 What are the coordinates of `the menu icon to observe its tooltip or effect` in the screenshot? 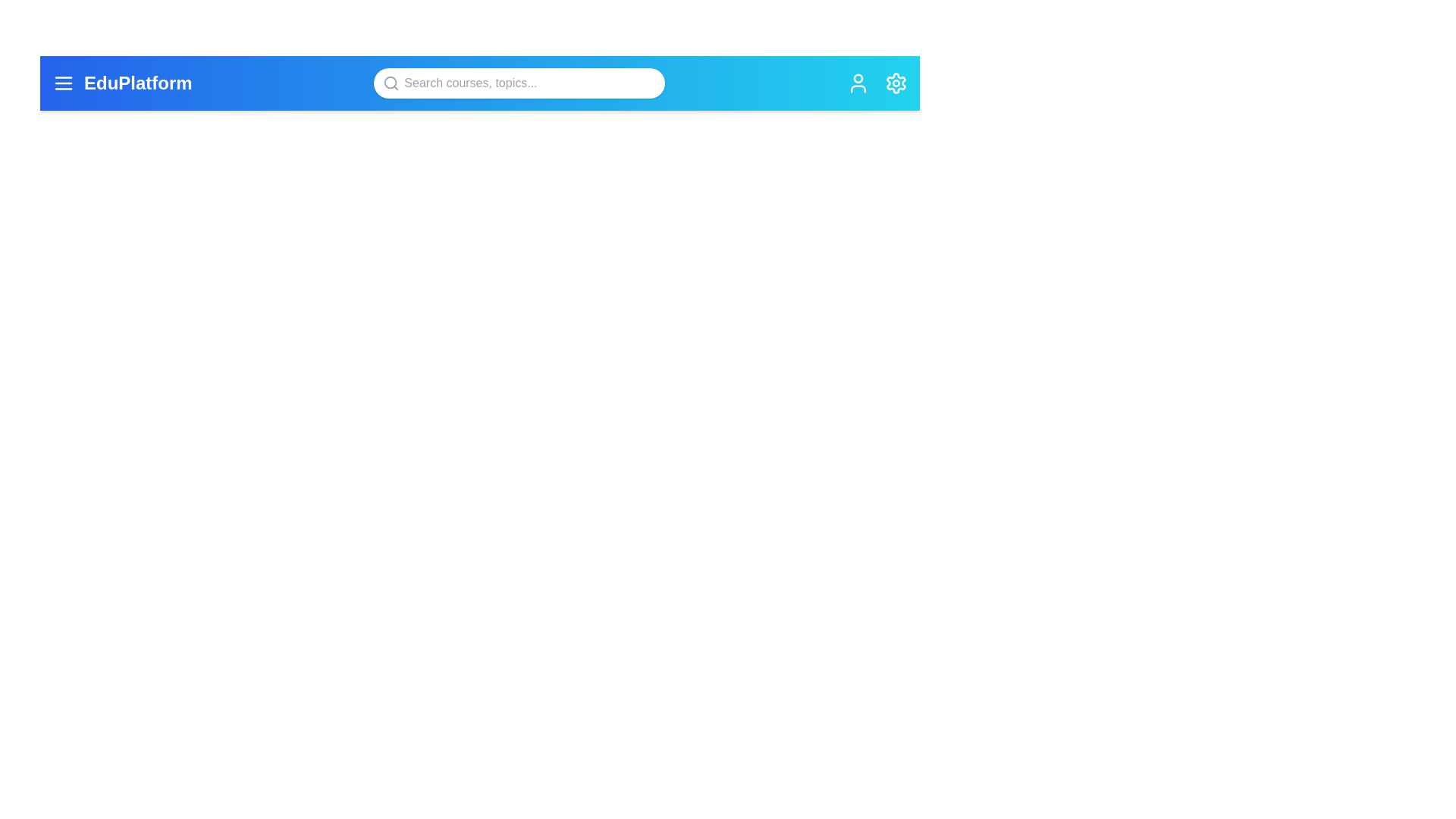 It's located at (62, 83).